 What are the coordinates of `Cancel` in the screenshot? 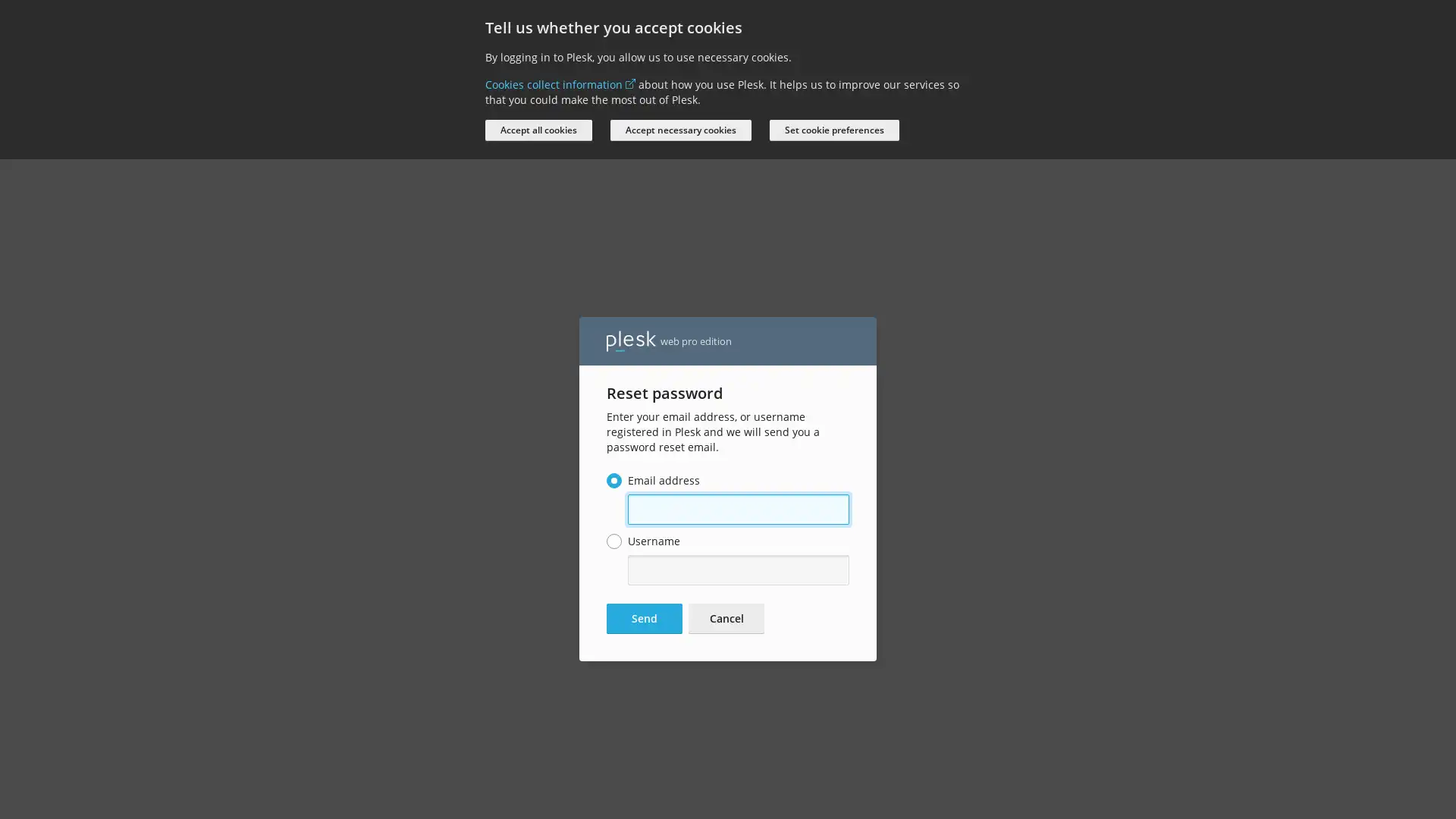 It's located at (726, 619).